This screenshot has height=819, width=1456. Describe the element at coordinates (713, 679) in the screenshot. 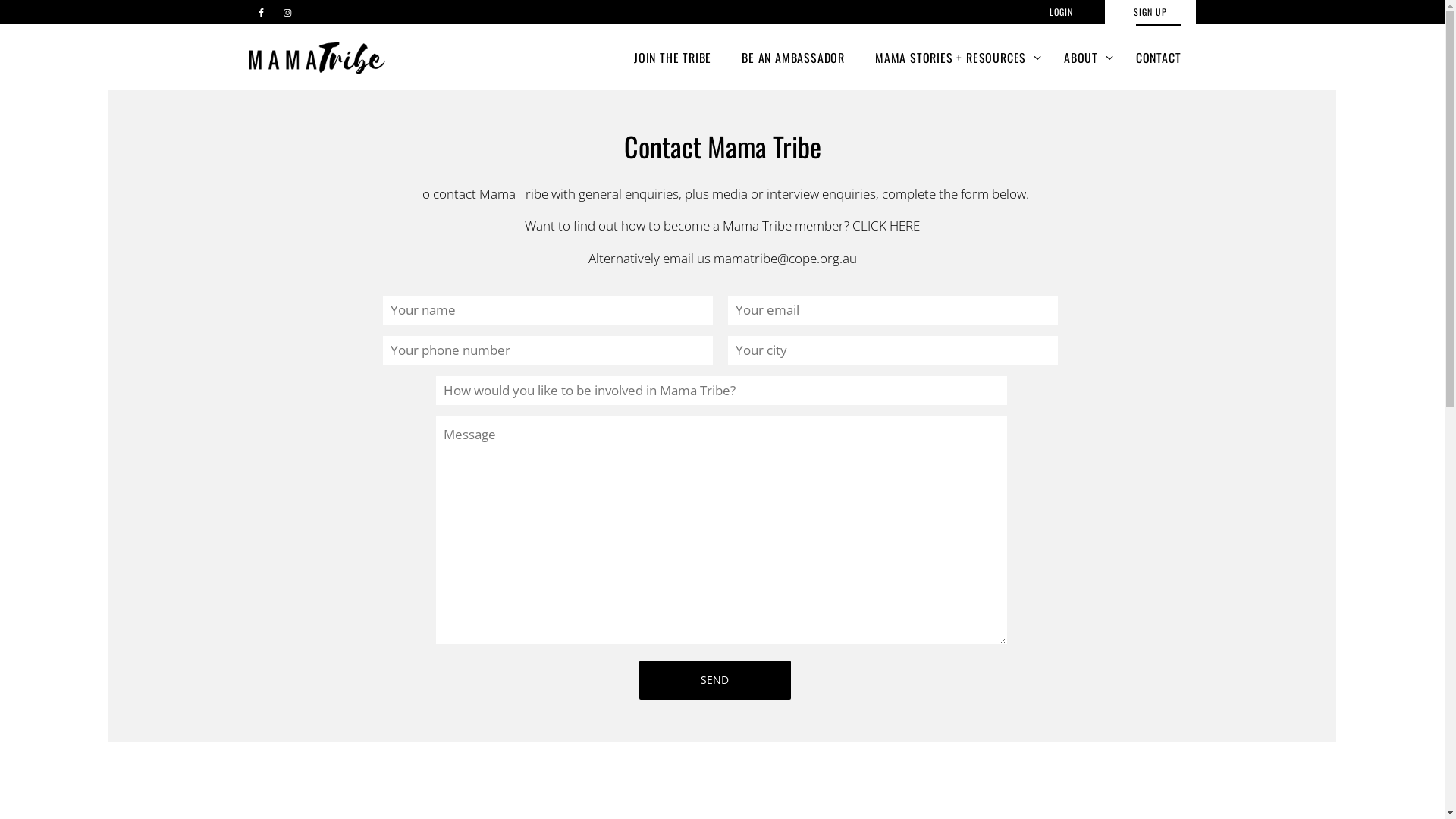

I see `'Send'` at that location.